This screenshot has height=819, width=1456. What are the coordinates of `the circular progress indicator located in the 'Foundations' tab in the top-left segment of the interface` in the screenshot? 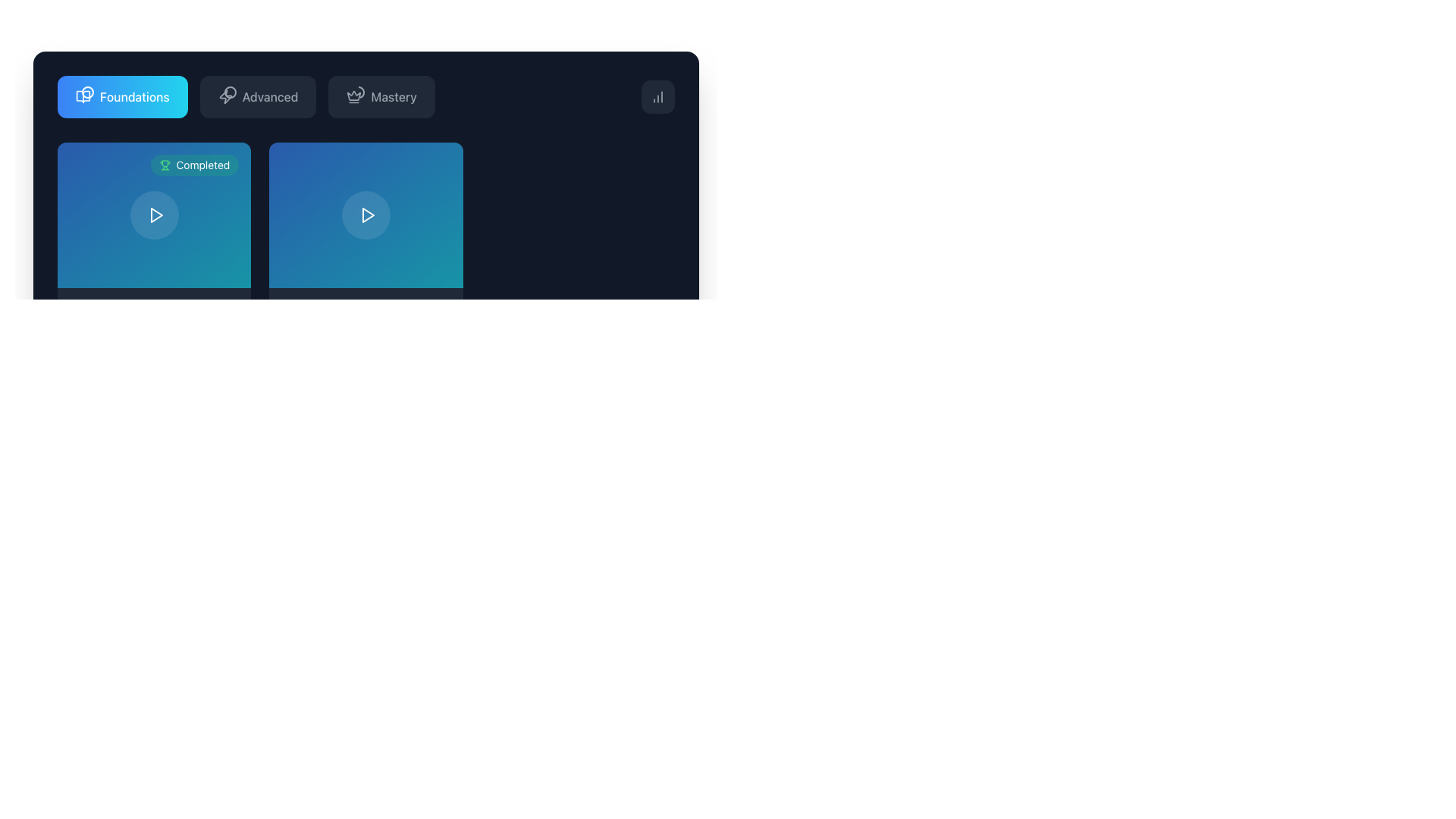 It's located at (86, 93).